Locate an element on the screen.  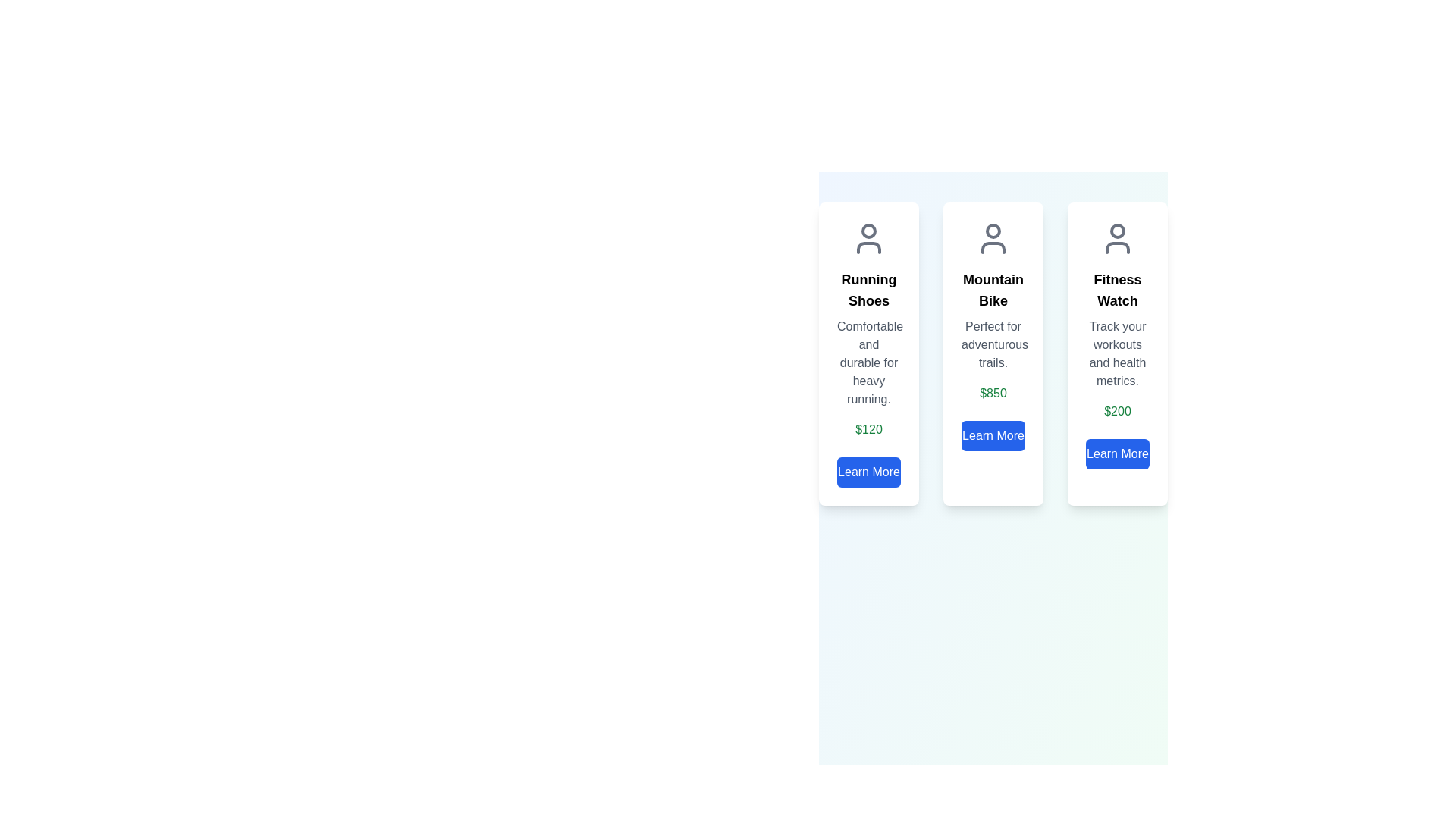
the Informational Text Block displaying the phrase 'Track your workouts and health metrics.' which is located below the title 'Fitness Watch' and above the price '$200' is located at coordinates (1117, 353).